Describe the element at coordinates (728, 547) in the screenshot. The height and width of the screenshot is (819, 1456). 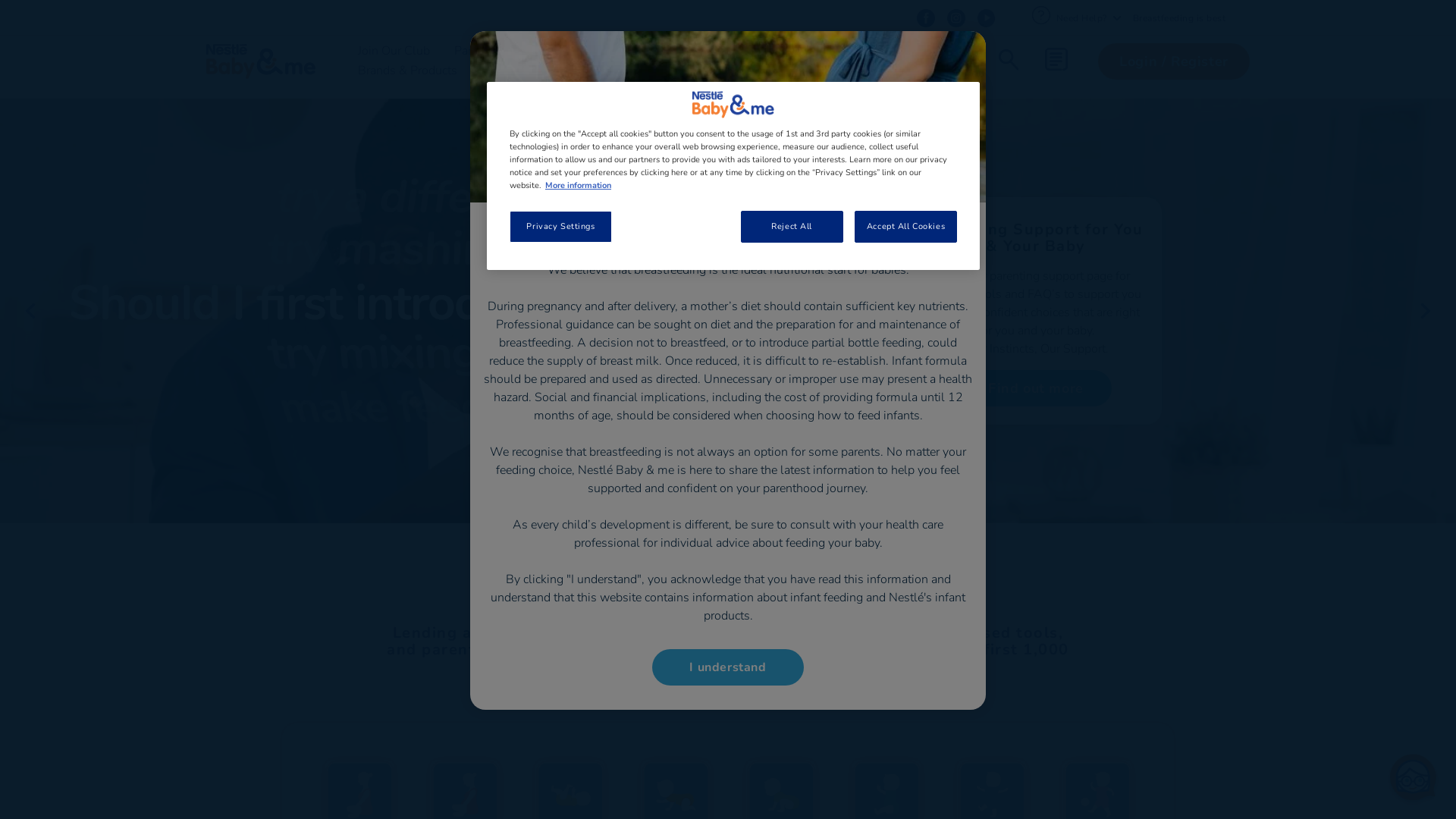
I see `'3'` at that location.